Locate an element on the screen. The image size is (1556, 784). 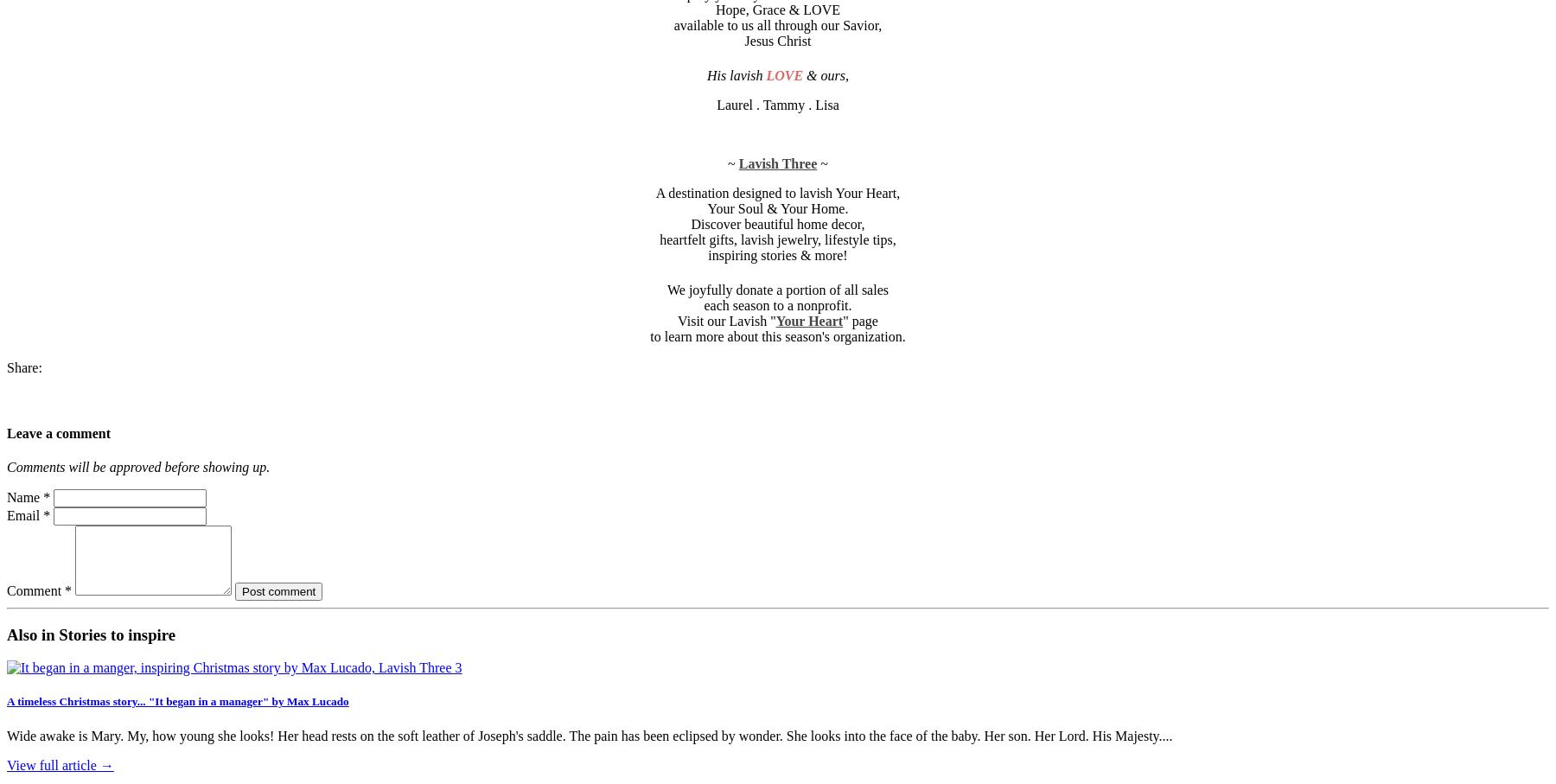
'A destination designed to lavish Your Heart,' is located at coordinates (777, 193).